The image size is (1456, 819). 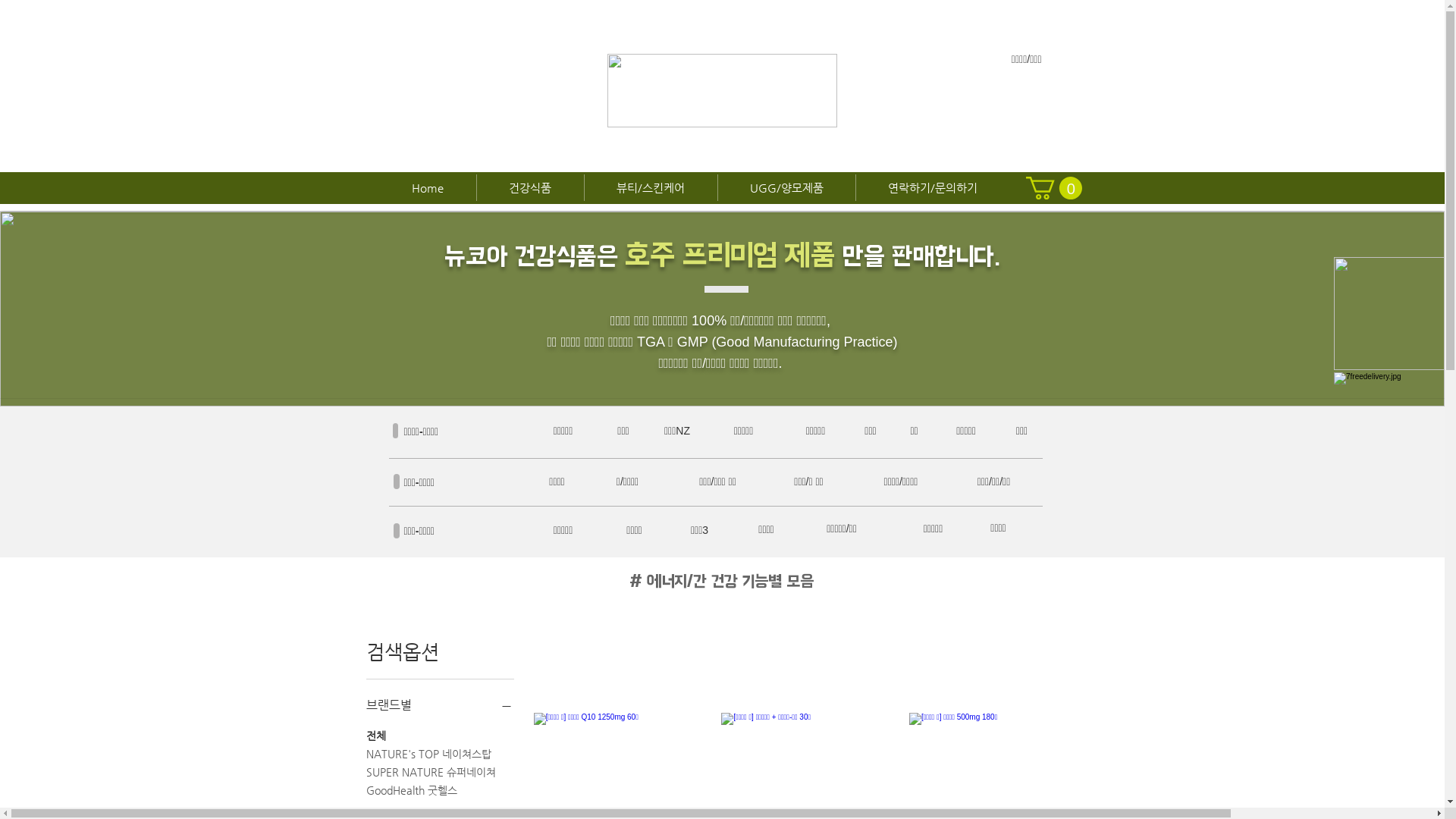 What do you see at coordinates (1052, 187) in the screenshot?
I see `'0'` at bounding box center [1052, 187].